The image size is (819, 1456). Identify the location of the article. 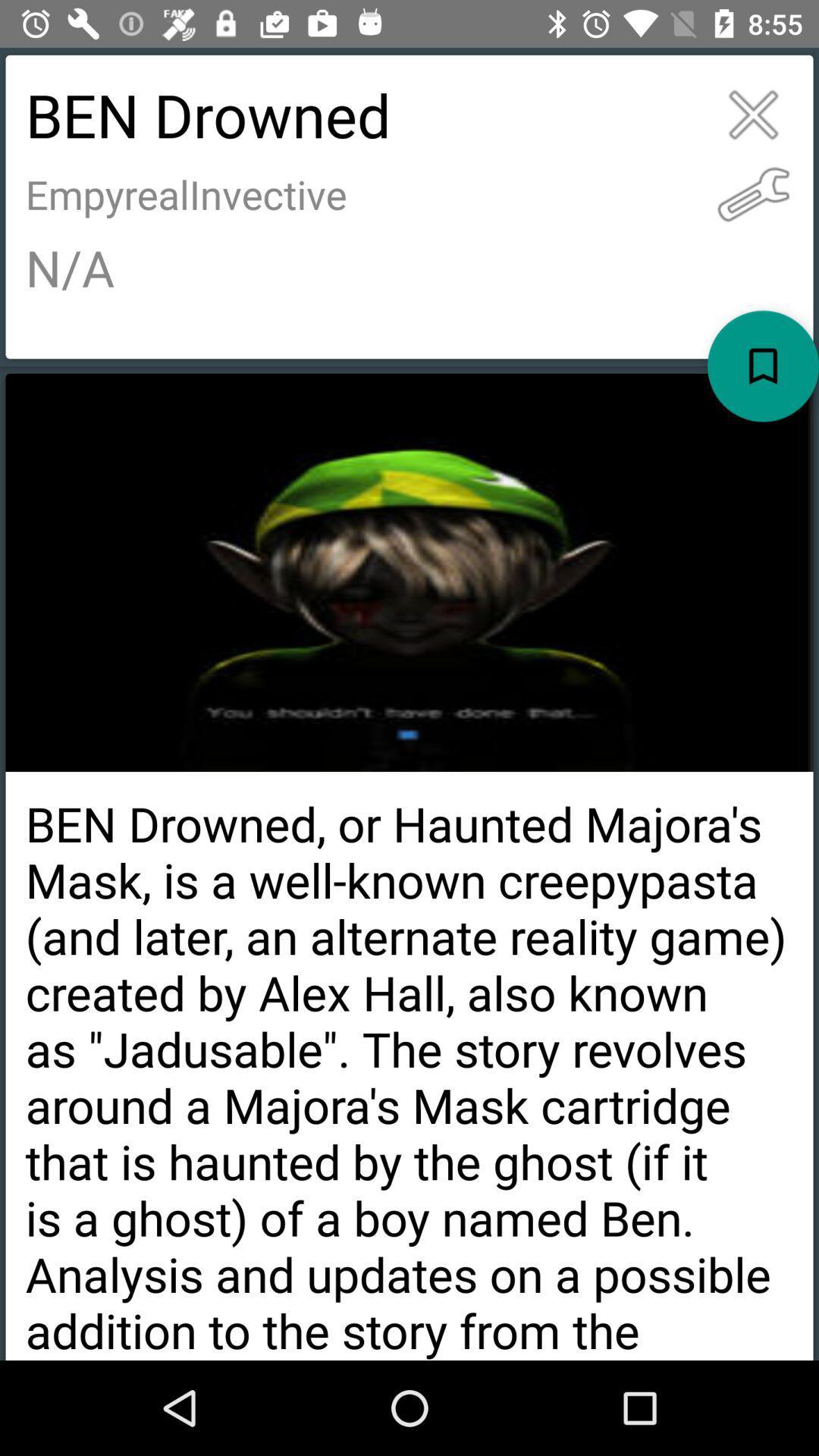
(753, 114).